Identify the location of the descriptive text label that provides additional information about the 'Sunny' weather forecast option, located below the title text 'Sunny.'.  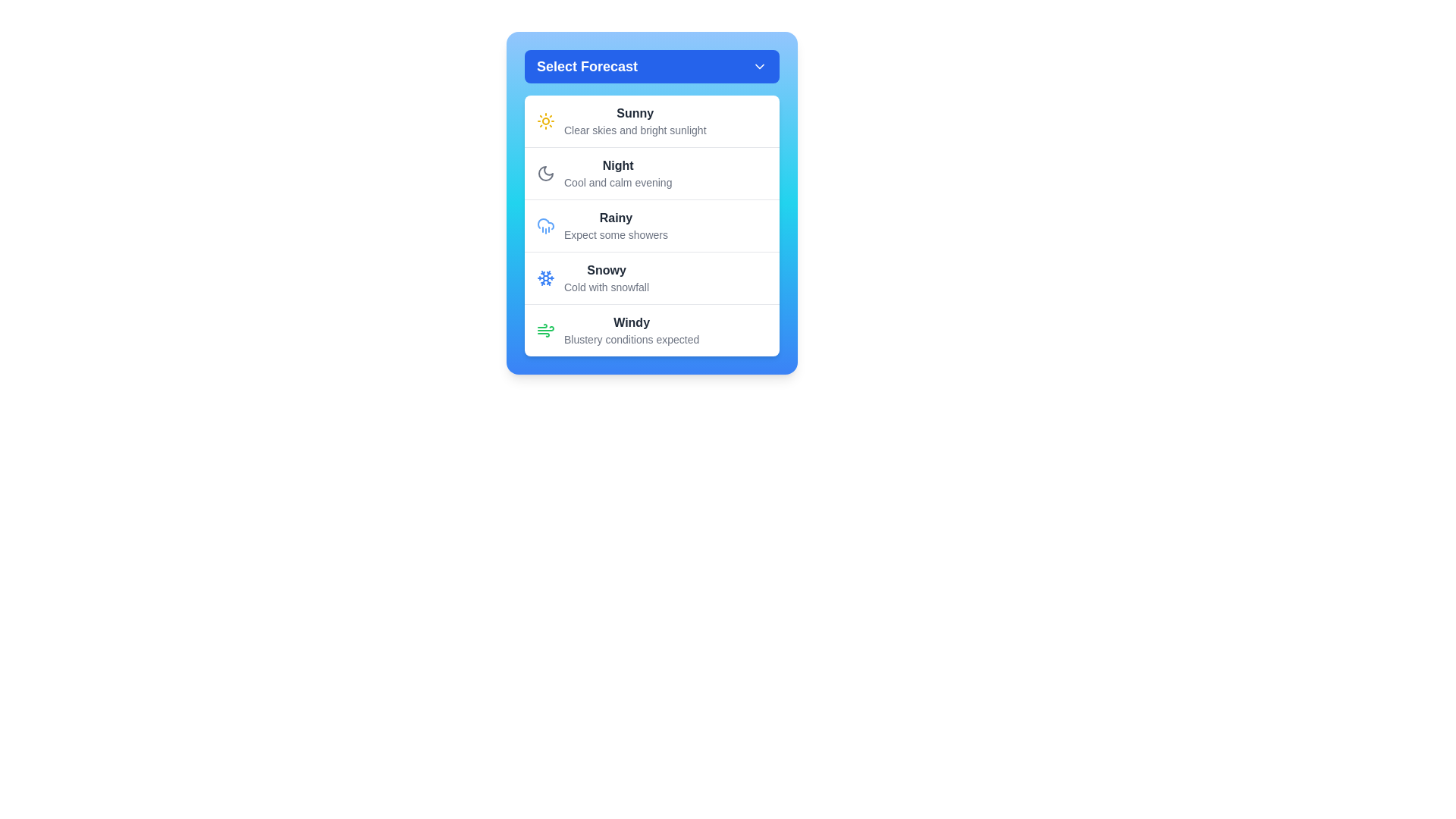
(635, 130).